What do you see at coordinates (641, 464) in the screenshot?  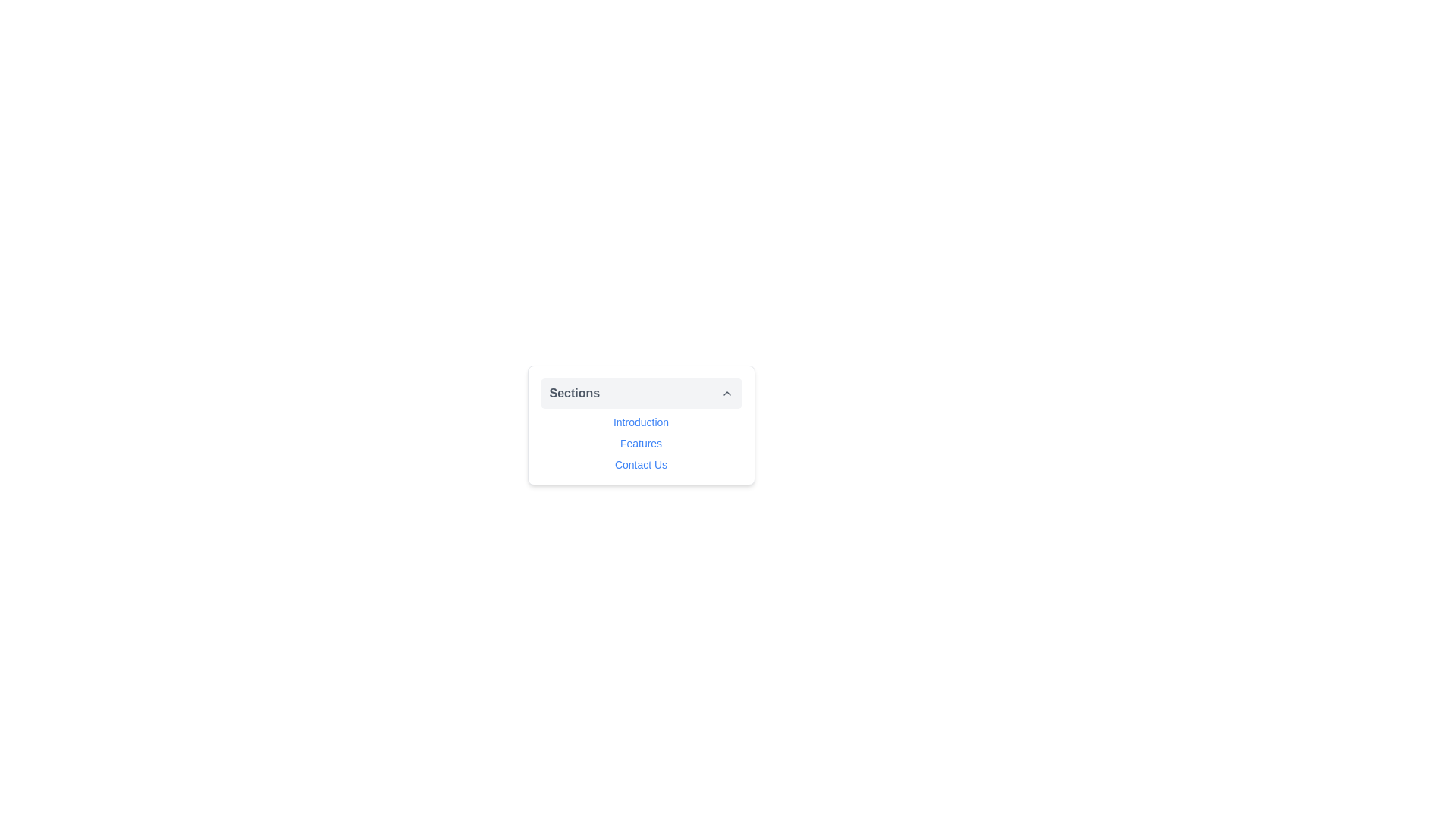 I see `the 'Contact Us' hyperlink, which is styled with blue text and underlining` at bounding box center [641, 464].